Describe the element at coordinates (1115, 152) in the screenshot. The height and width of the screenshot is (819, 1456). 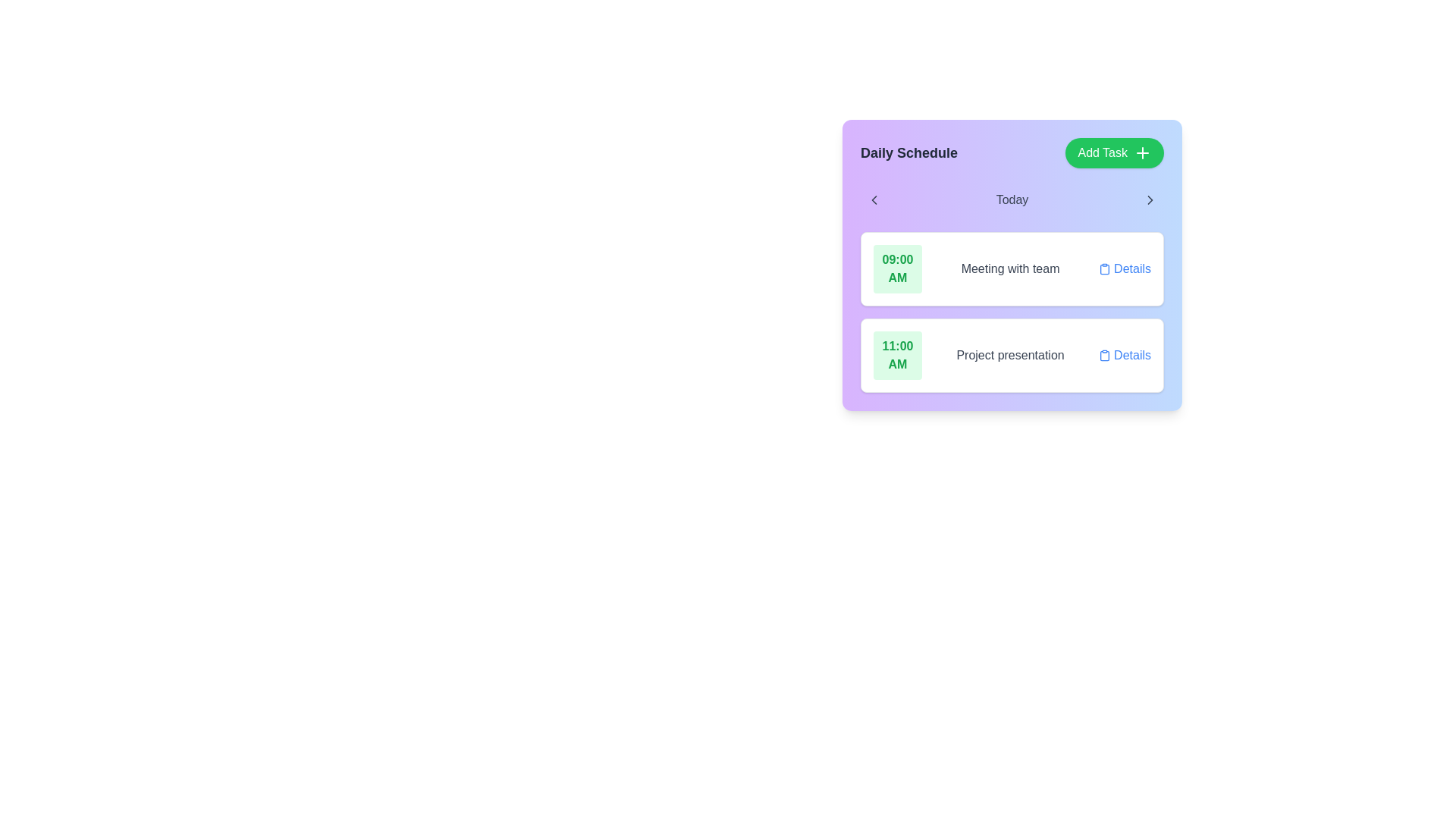
I see `the button that adds a new task to the schedule, located near the top-right corner of the 'Daily Schedule' header section` at that location.